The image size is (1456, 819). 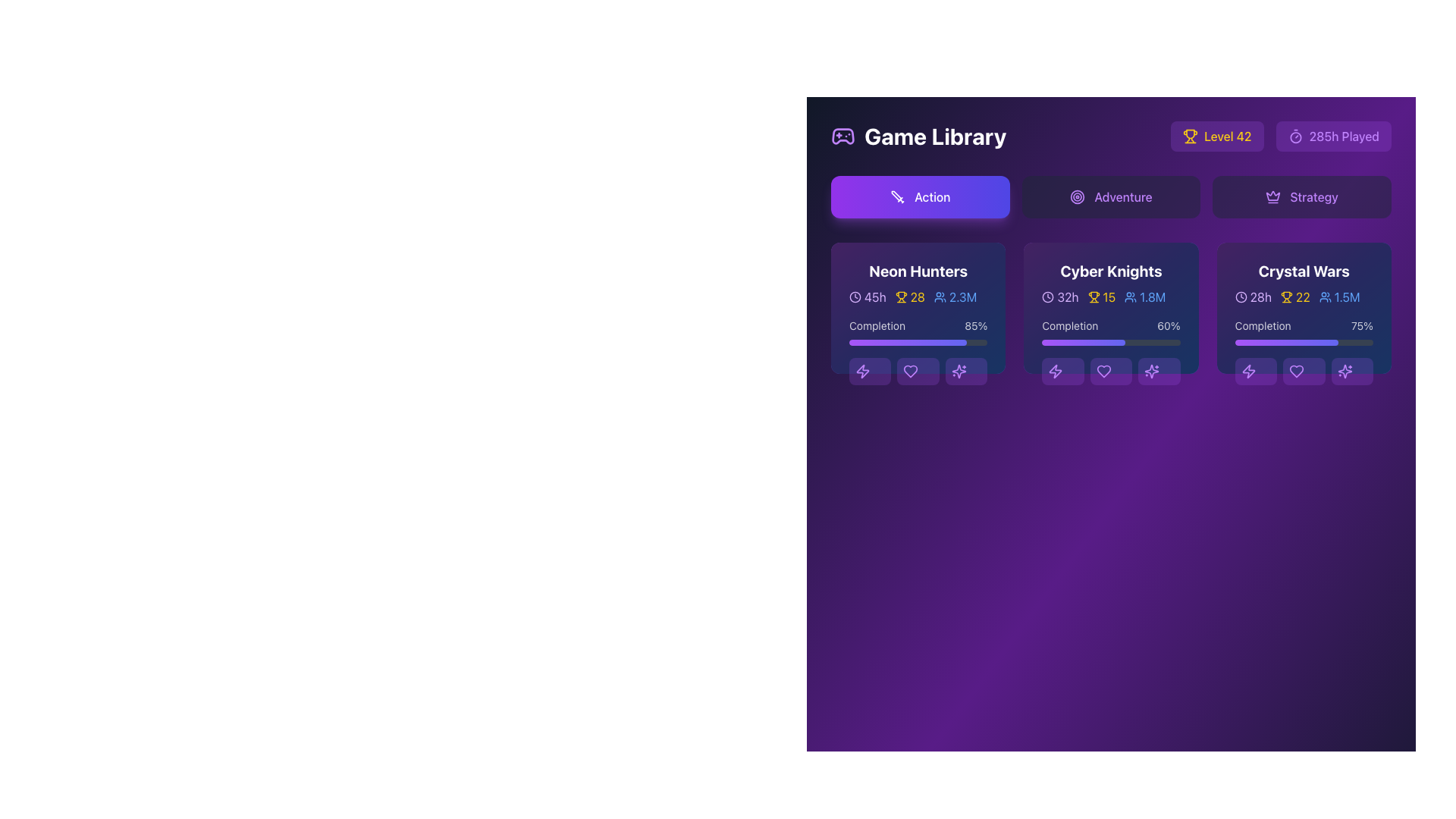 What do you see at coordinates (1241, 297) in the screenshot?
I see `the circular clock icon with a purple outline located at the top-left corner of the game details card, positioned before the text '28h'` at bounding box center [1241, 297].